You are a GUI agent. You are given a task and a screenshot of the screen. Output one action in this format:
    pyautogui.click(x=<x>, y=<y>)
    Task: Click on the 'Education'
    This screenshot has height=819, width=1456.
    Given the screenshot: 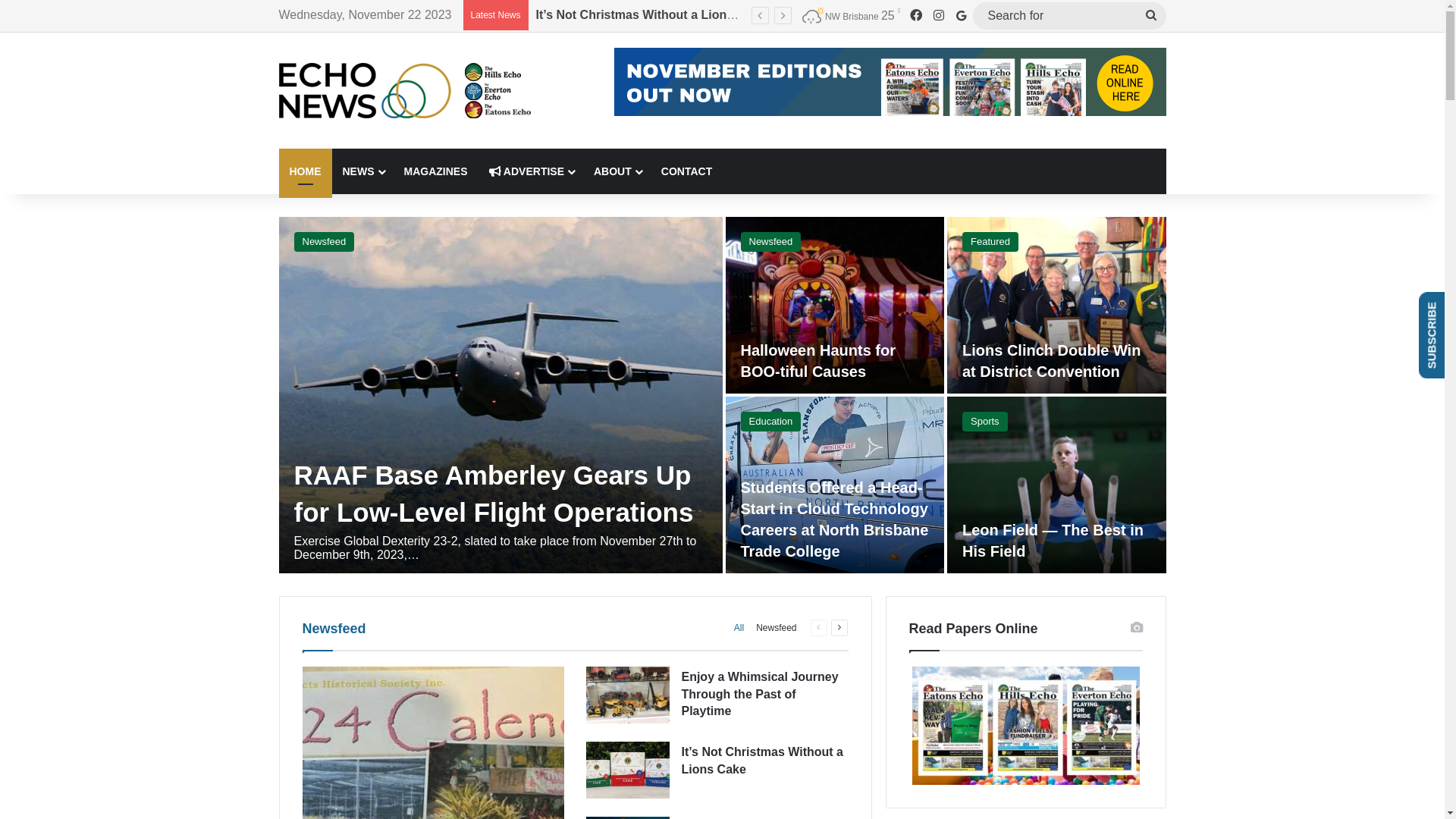 What is the action you would take?
    pyautogui.click(x=739, y=421)
    